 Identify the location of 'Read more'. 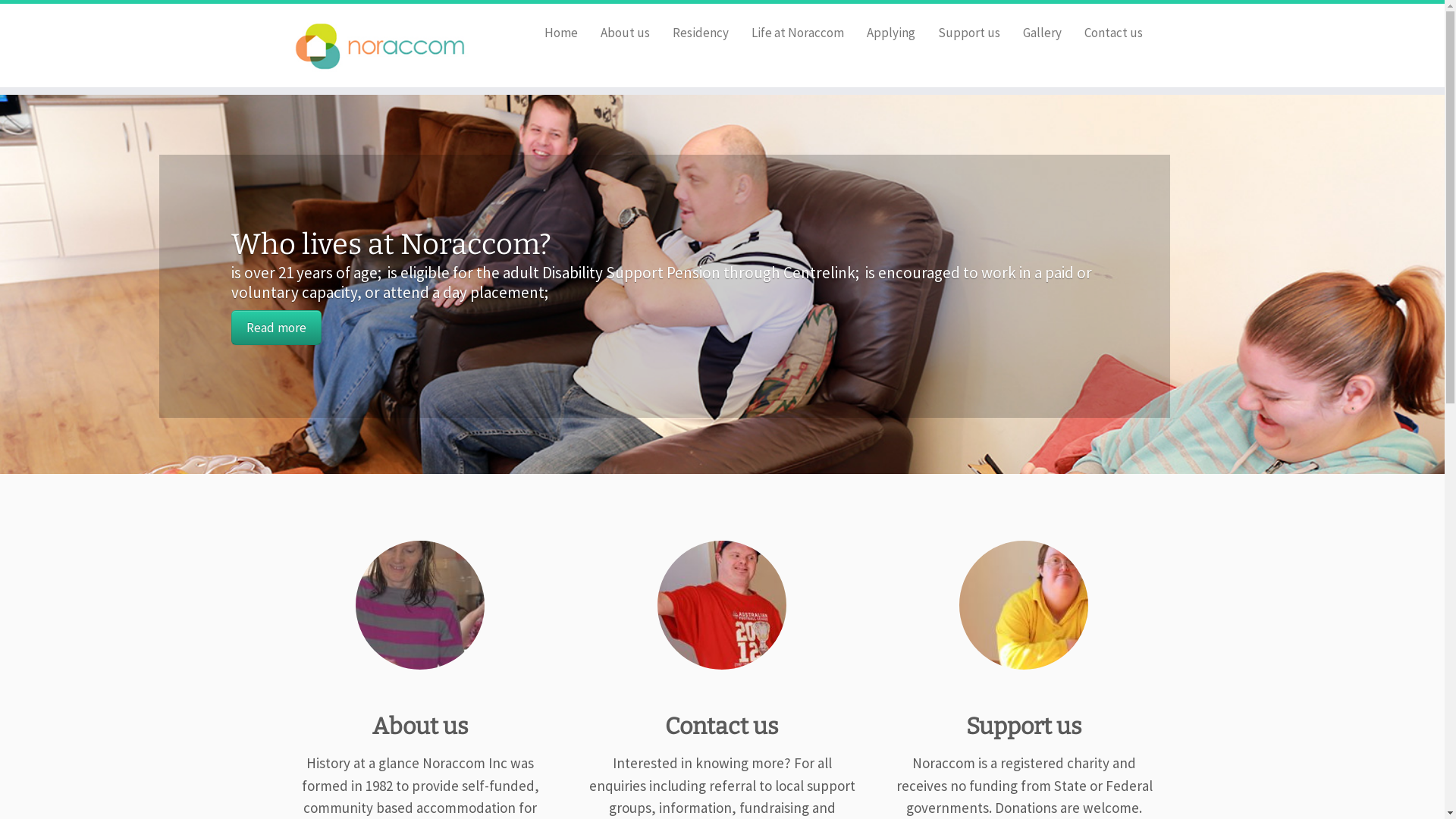
(276, 327).